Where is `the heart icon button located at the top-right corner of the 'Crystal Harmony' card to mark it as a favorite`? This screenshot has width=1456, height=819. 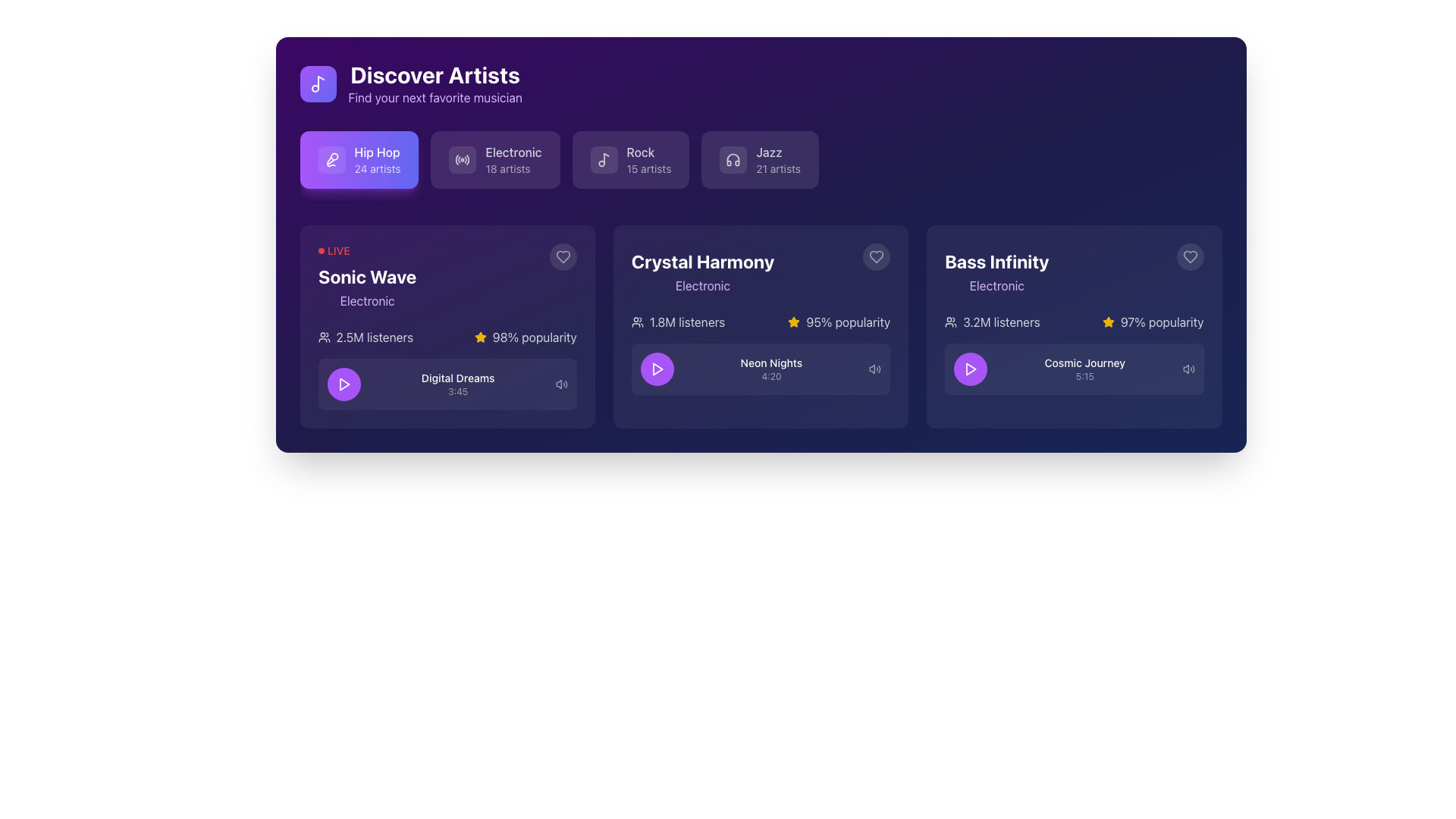
the heart icon button located at the top-right corner of the 'Crystal Harmony' card to mark it as a favorite is located at coordinates (877, 256).